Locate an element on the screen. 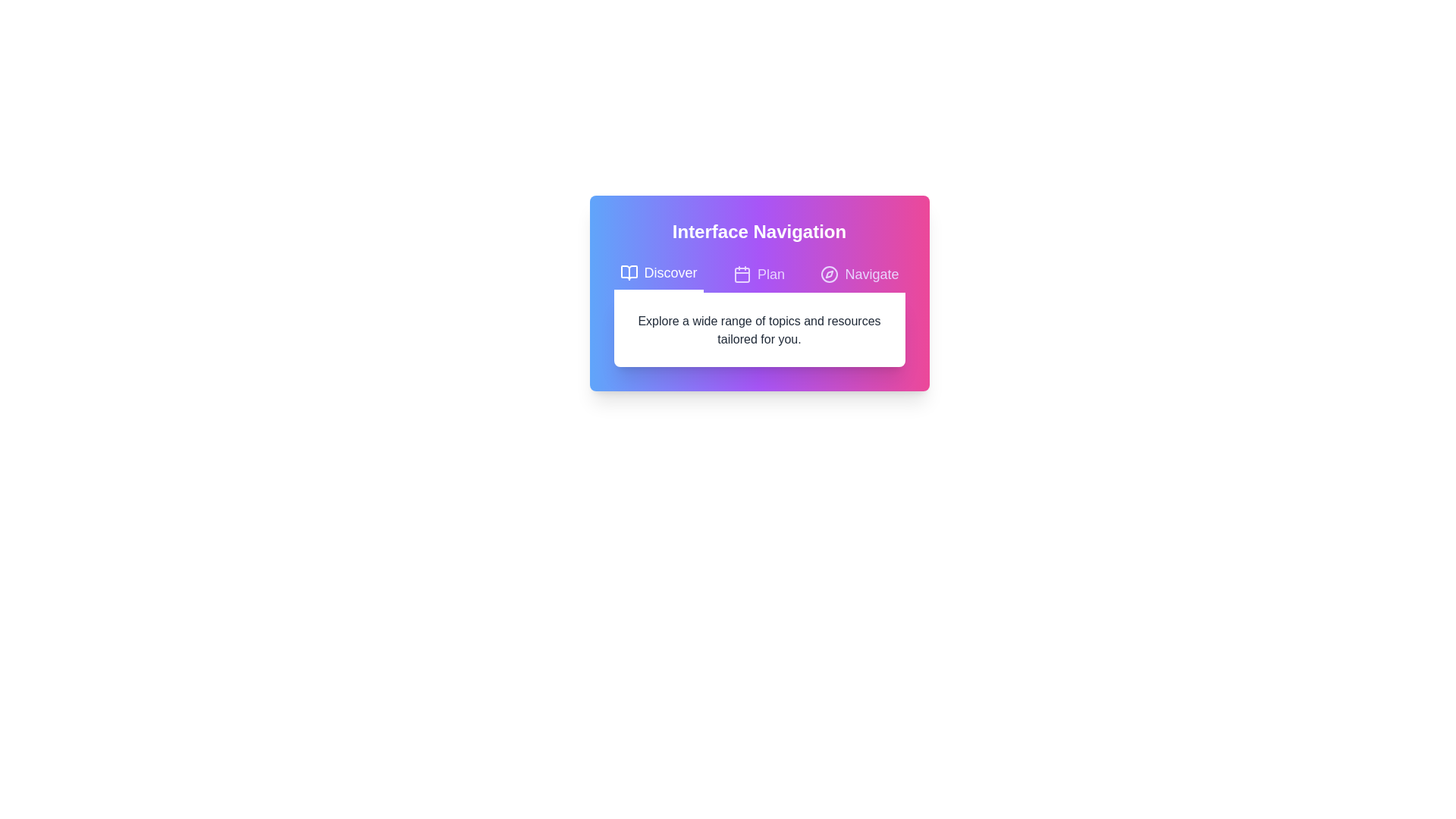  the compass icon located to the left of the 'Navigate' text label in the navigation bar is located at coordinates (829, 275).